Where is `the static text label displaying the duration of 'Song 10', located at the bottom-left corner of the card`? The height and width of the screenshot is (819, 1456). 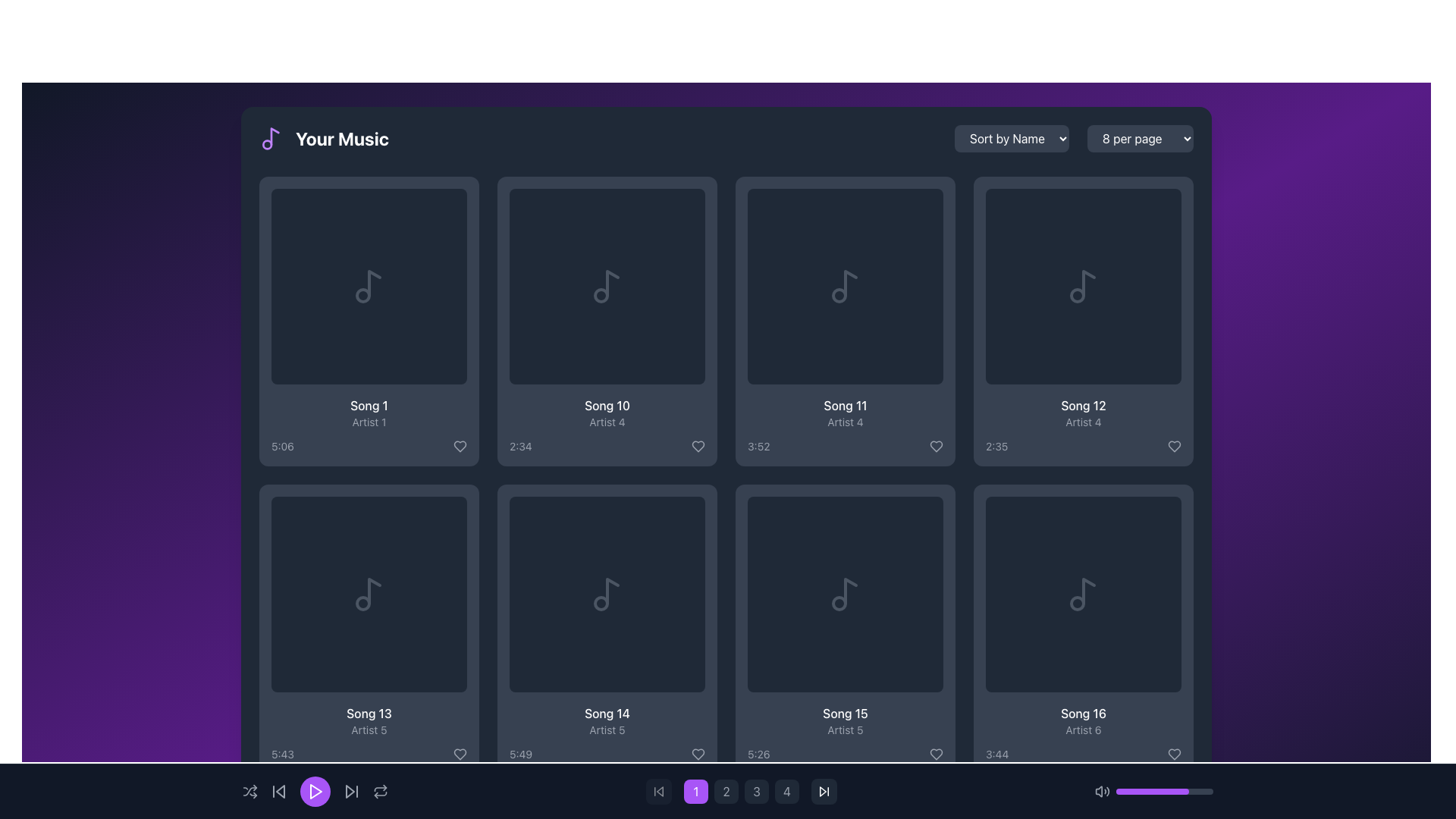 the static text label displaying the duration of 'Song 10', located at the bottom-left corner of the card is located at coordinates (520, 446).